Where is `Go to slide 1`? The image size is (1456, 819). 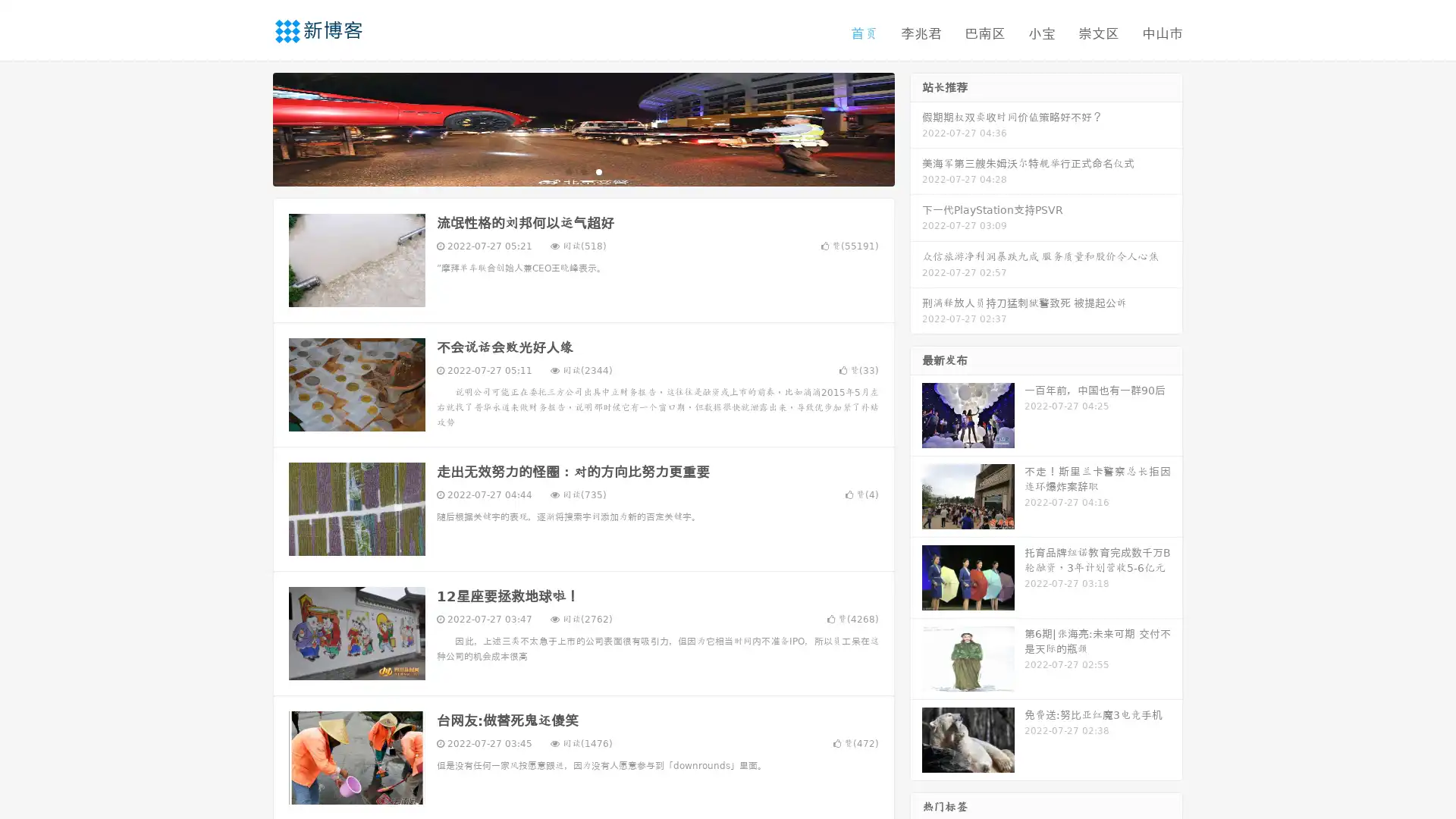
Go to slide 1 is located at coordinates (567, 171).